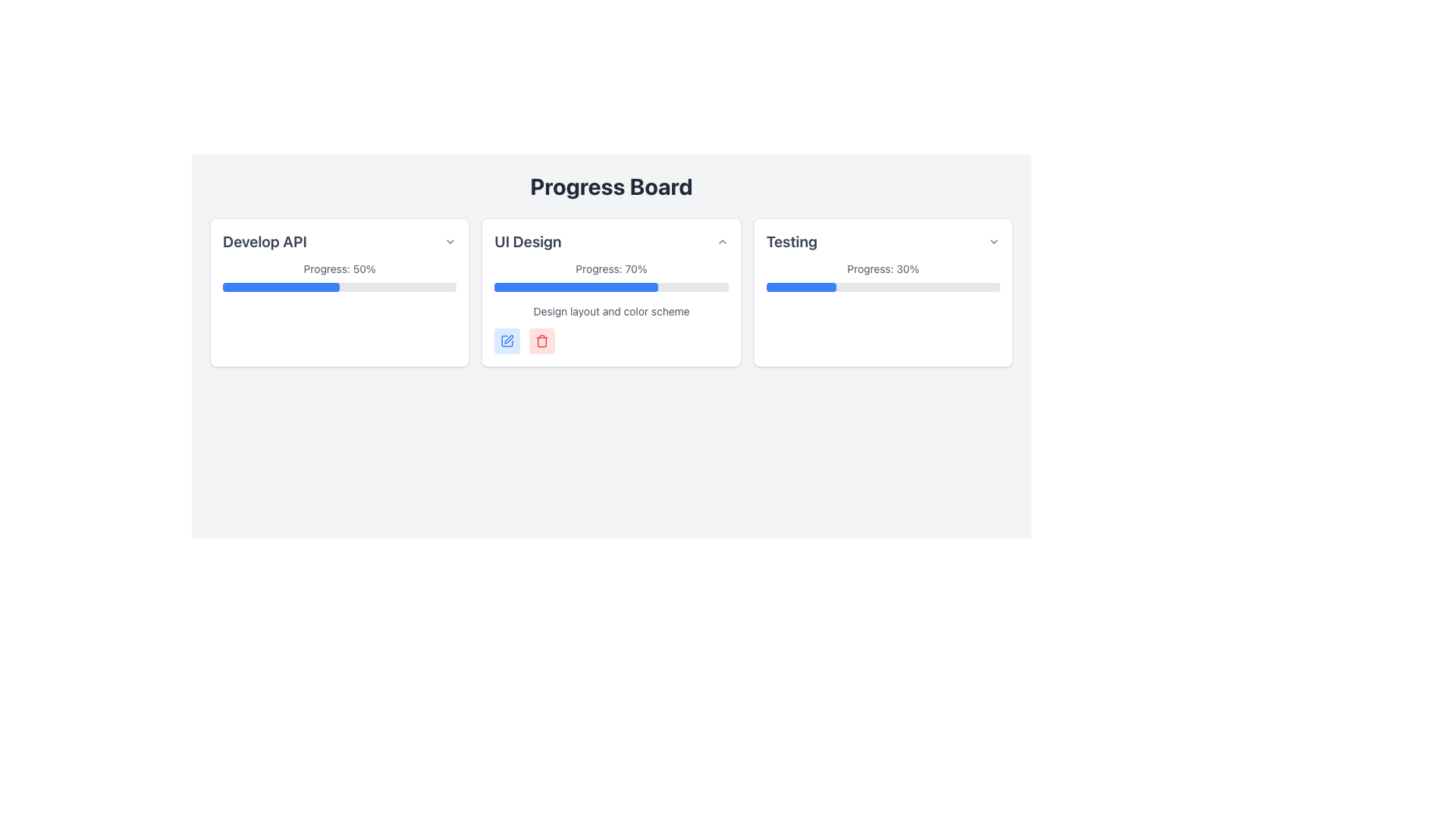 This screenshot has width=1456, height=819. Describe the element at coordinates (542, 342) in the screenshot. I see `the trash can icon in the 'UI Design' progress card` at that location.